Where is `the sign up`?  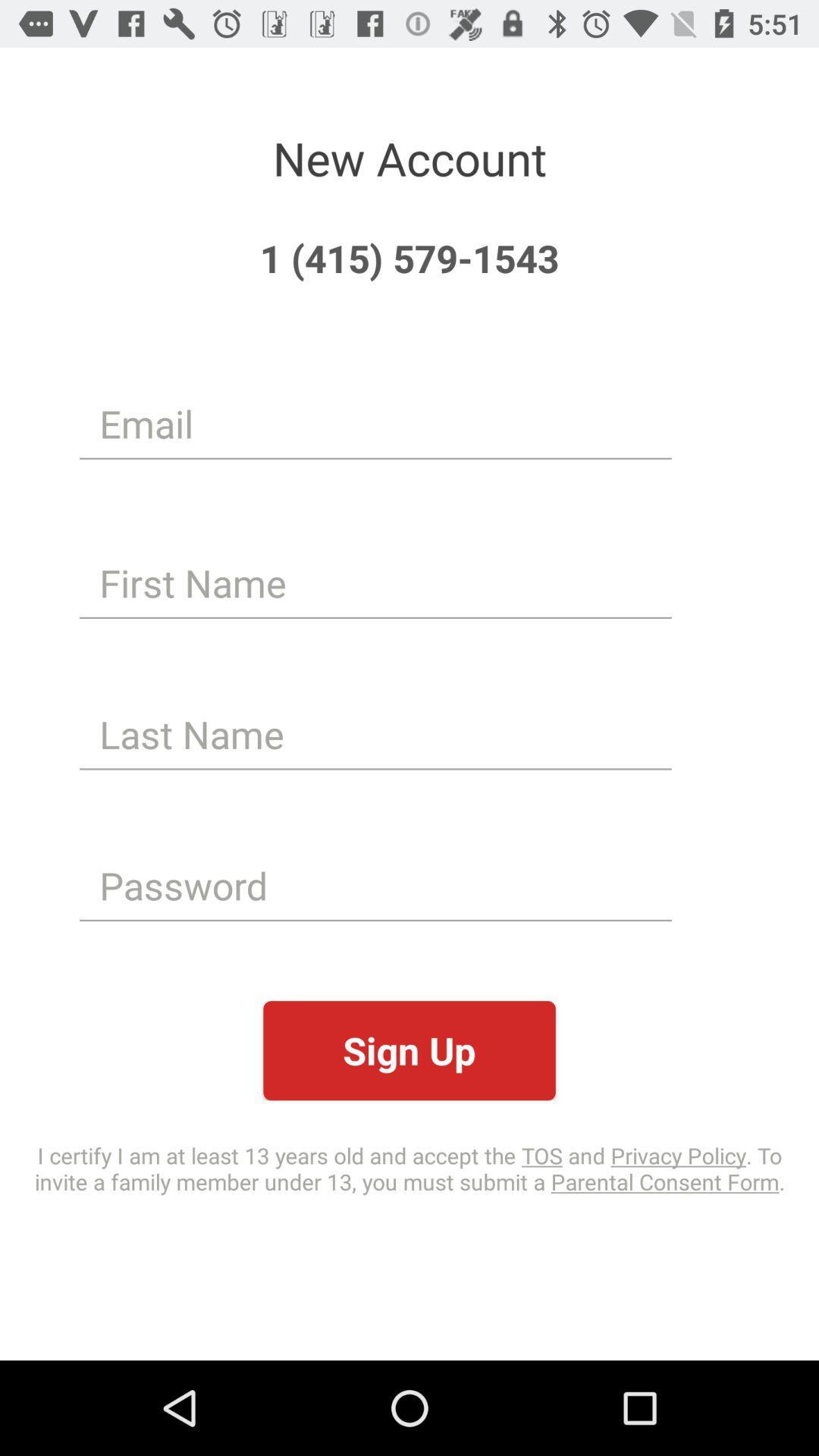
the sign up is located at coordinates (409, 1050).